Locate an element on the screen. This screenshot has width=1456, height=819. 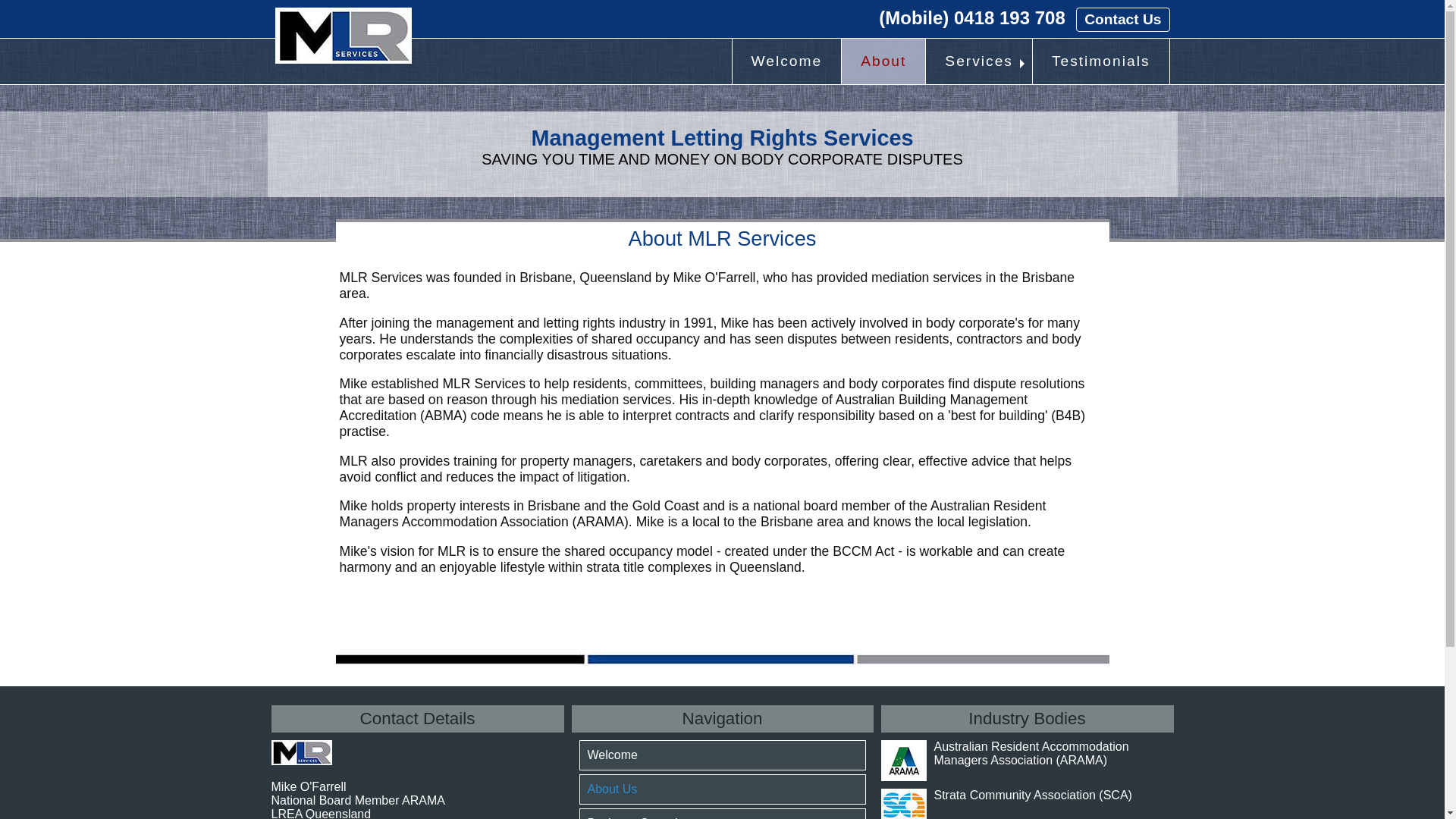
'About' is located at coordinates (883, 61).